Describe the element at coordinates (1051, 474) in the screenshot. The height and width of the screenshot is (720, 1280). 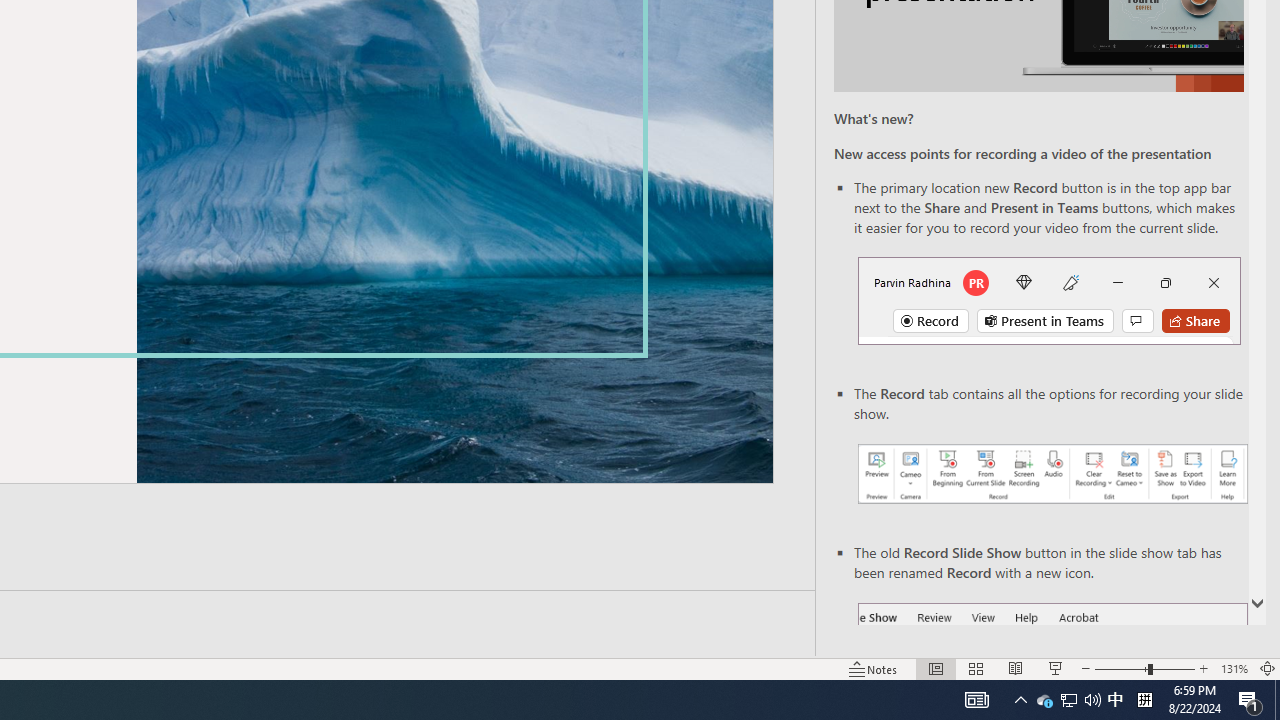
I see `'Record your presentations screenshot one'` at that location.